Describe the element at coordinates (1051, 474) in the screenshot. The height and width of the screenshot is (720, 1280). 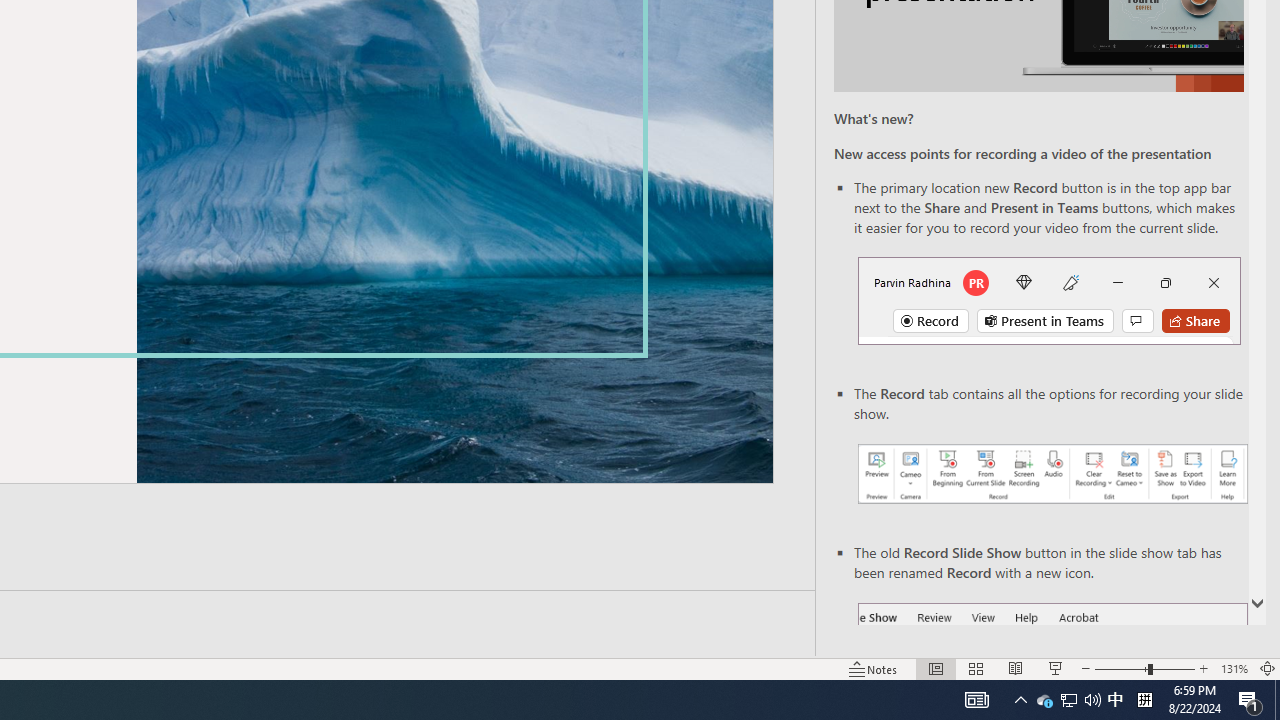
I see `'Record your presentations screenshot one'` at that location.